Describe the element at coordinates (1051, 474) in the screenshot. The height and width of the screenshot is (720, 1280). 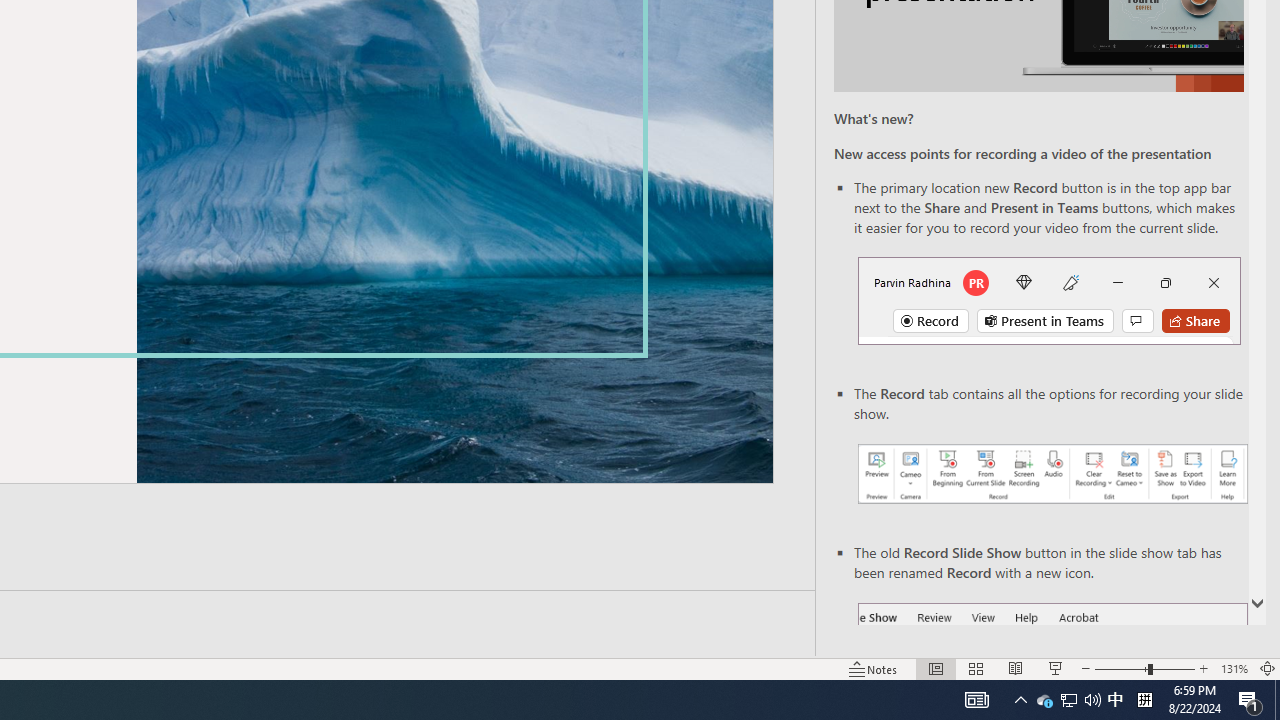
I see `'Record your presentations screenshot one'` at that location.